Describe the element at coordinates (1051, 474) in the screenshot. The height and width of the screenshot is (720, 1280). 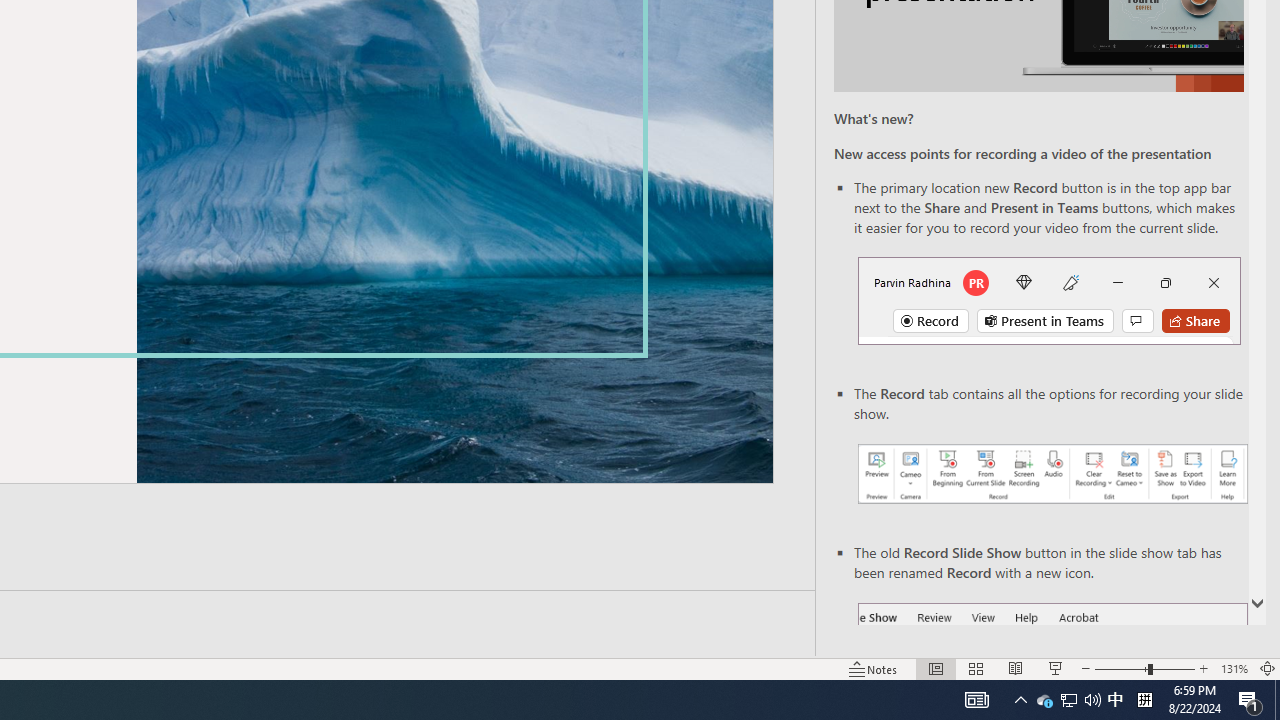
I see `'Record your presentations screenshot one'` at that location.